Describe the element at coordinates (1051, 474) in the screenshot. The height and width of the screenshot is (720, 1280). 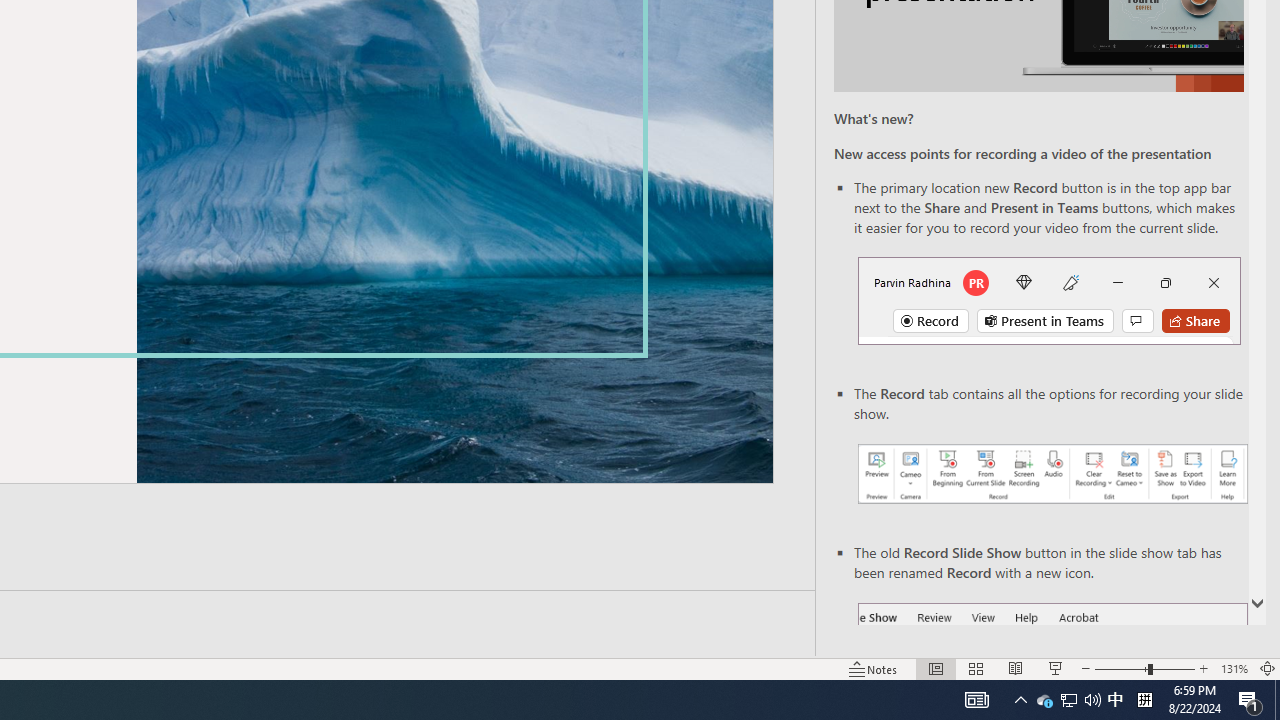
I see `'Record your presentations screenshot one'` at that location.